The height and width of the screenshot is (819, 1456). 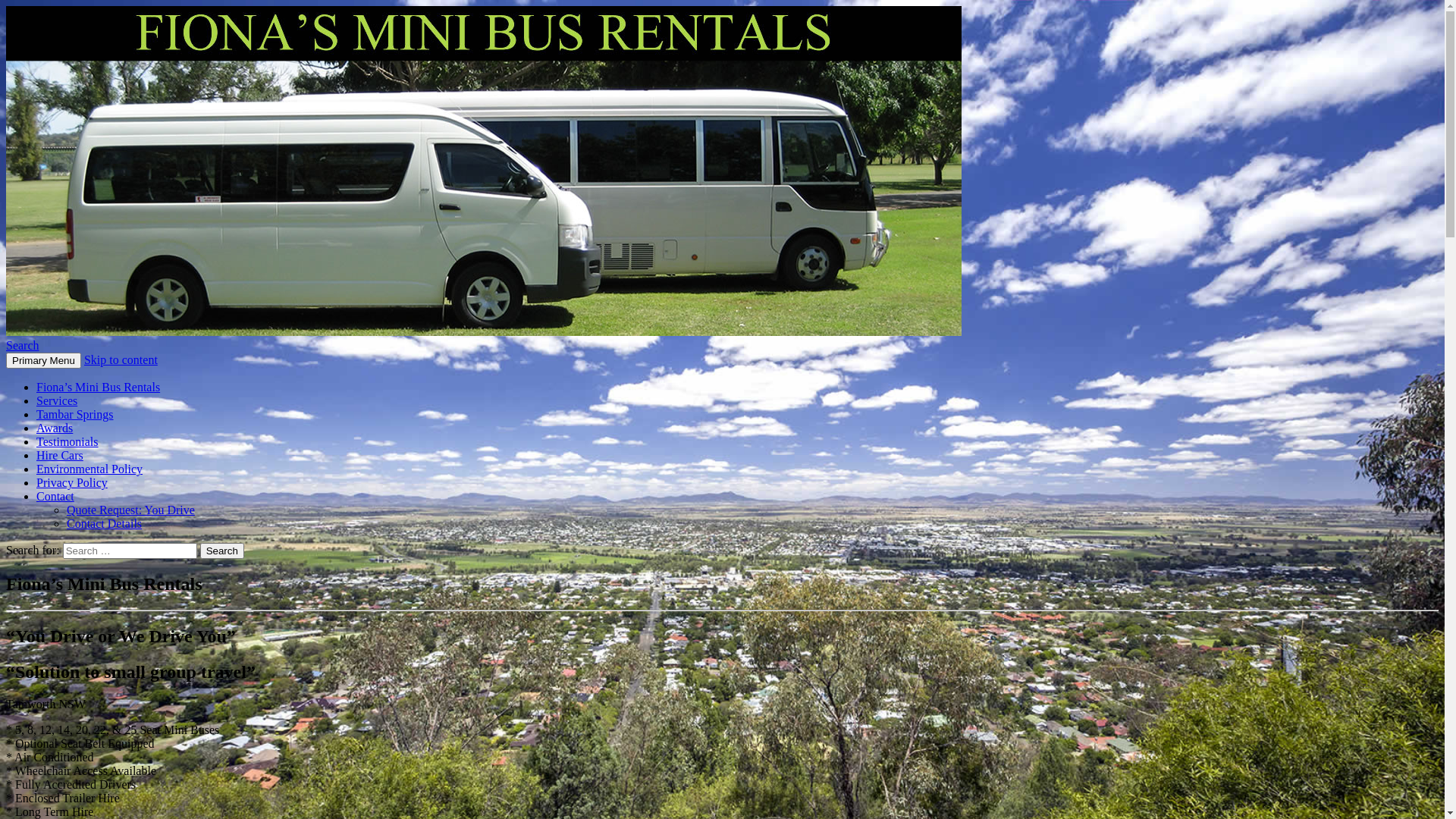 What do you see at coordinates (65, 522) in the screenshot?
I see `'Contact Details'` at bounding box center [65, 522].